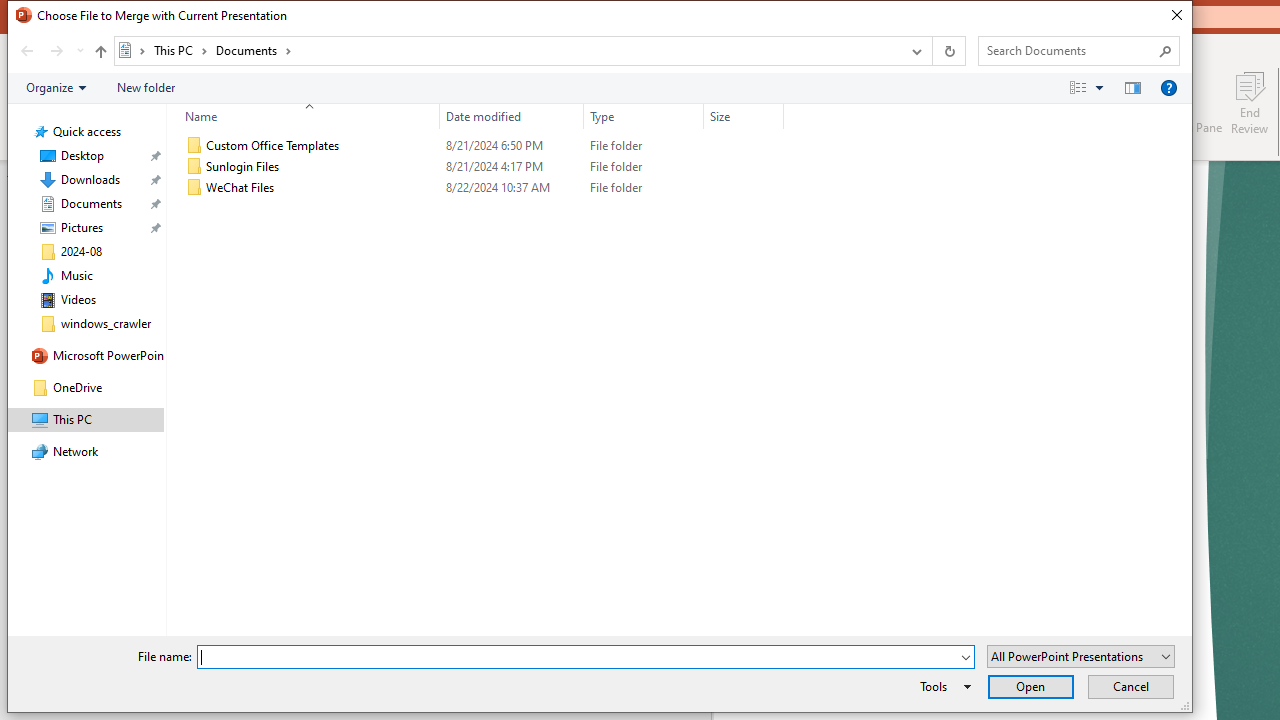 This screenshot has width=1280, height=720. I want to click on 'Forward (Alt + Right Arrow)', so click(56, 50).